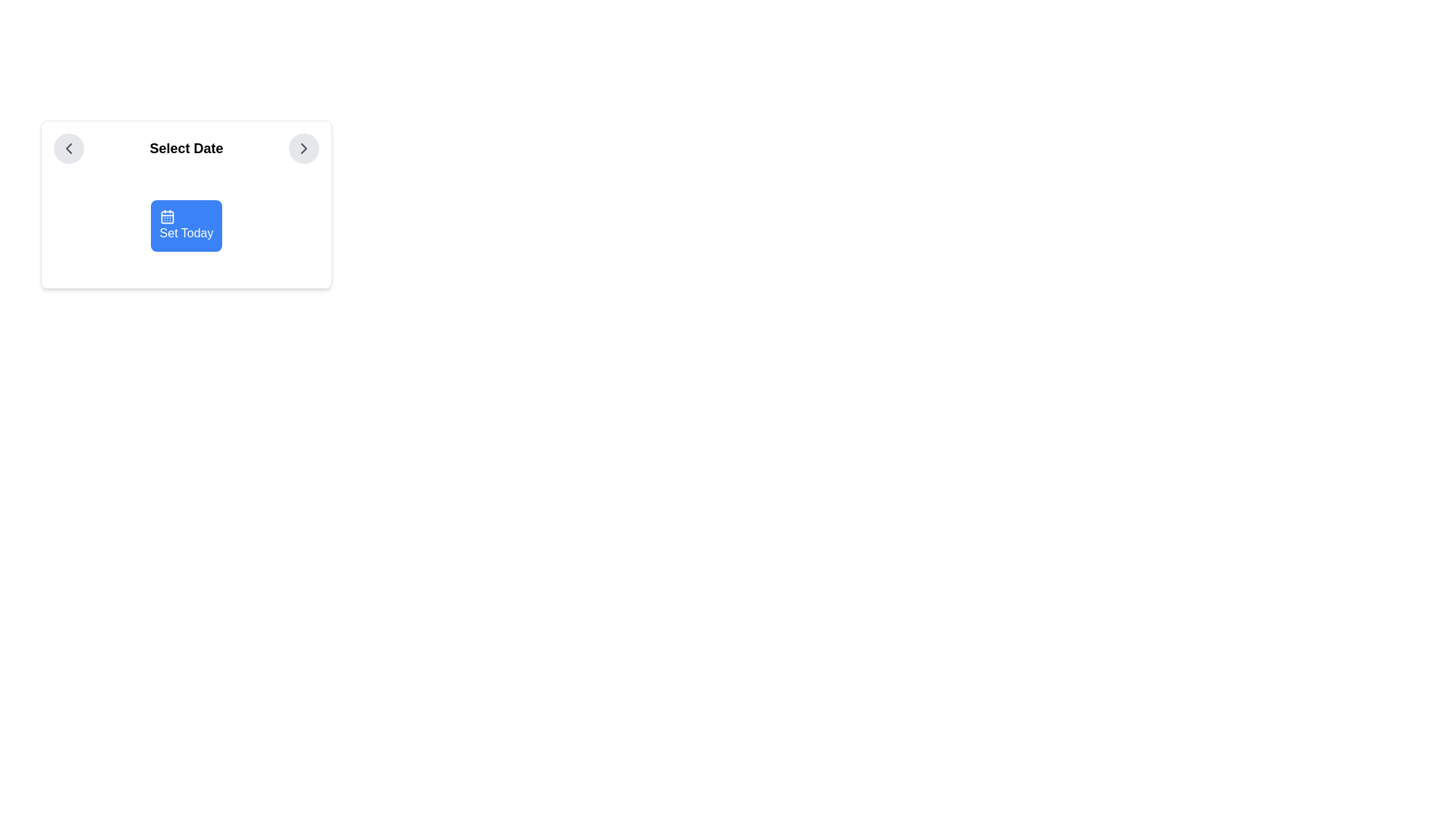  I want to click on the button located beneath the header 'Select Date' to assign the current date to a specific purpose or selection, so click(185, 225).